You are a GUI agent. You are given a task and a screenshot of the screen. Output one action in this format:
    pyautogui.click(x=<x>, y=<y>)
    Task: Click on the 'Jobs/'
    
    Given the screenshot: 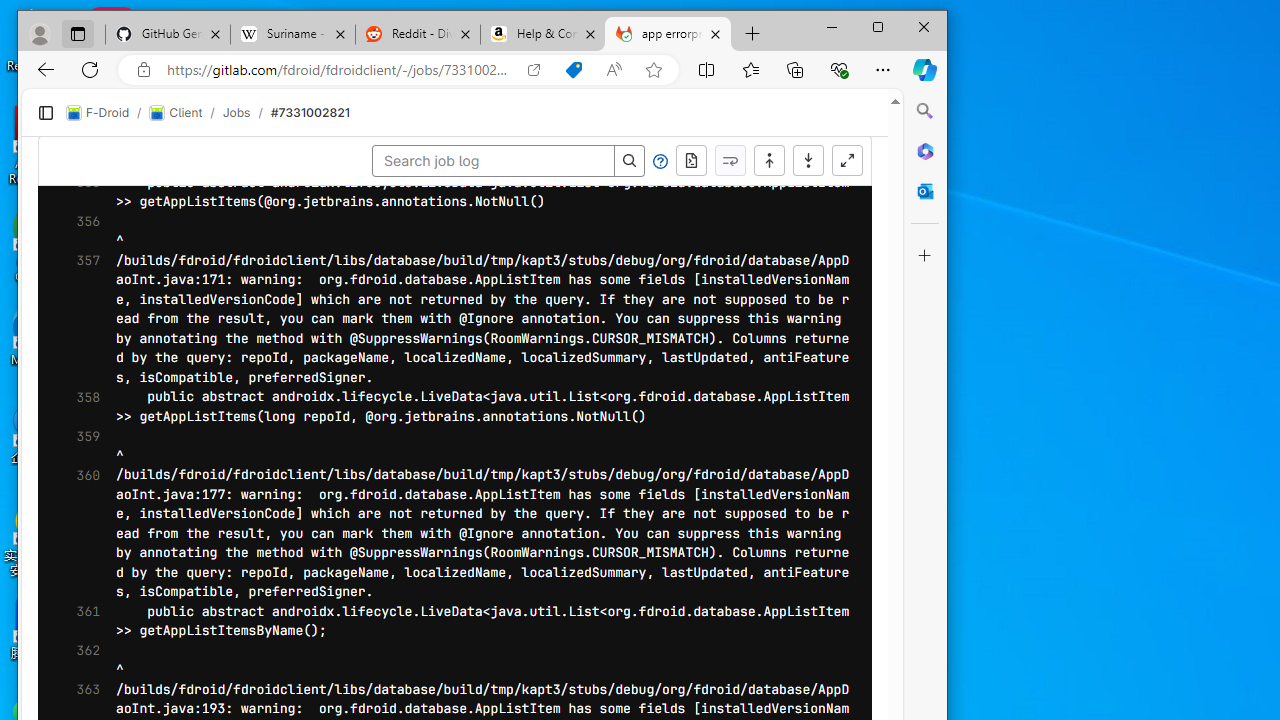 What is the action you would take?
    pyautogui.click(x=245, y=113)
    